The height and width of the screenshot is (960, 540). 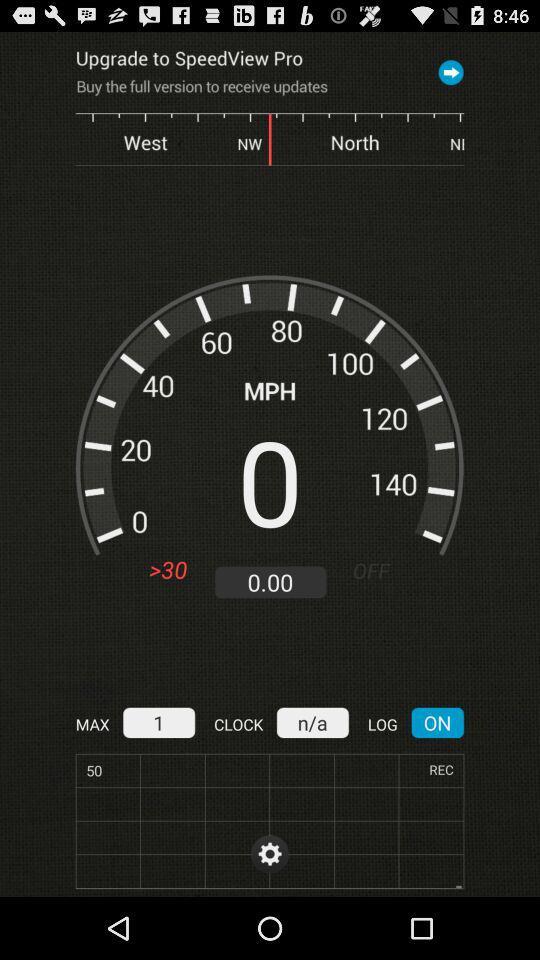 I want to click on off on the right, so click(x=379, y=570).